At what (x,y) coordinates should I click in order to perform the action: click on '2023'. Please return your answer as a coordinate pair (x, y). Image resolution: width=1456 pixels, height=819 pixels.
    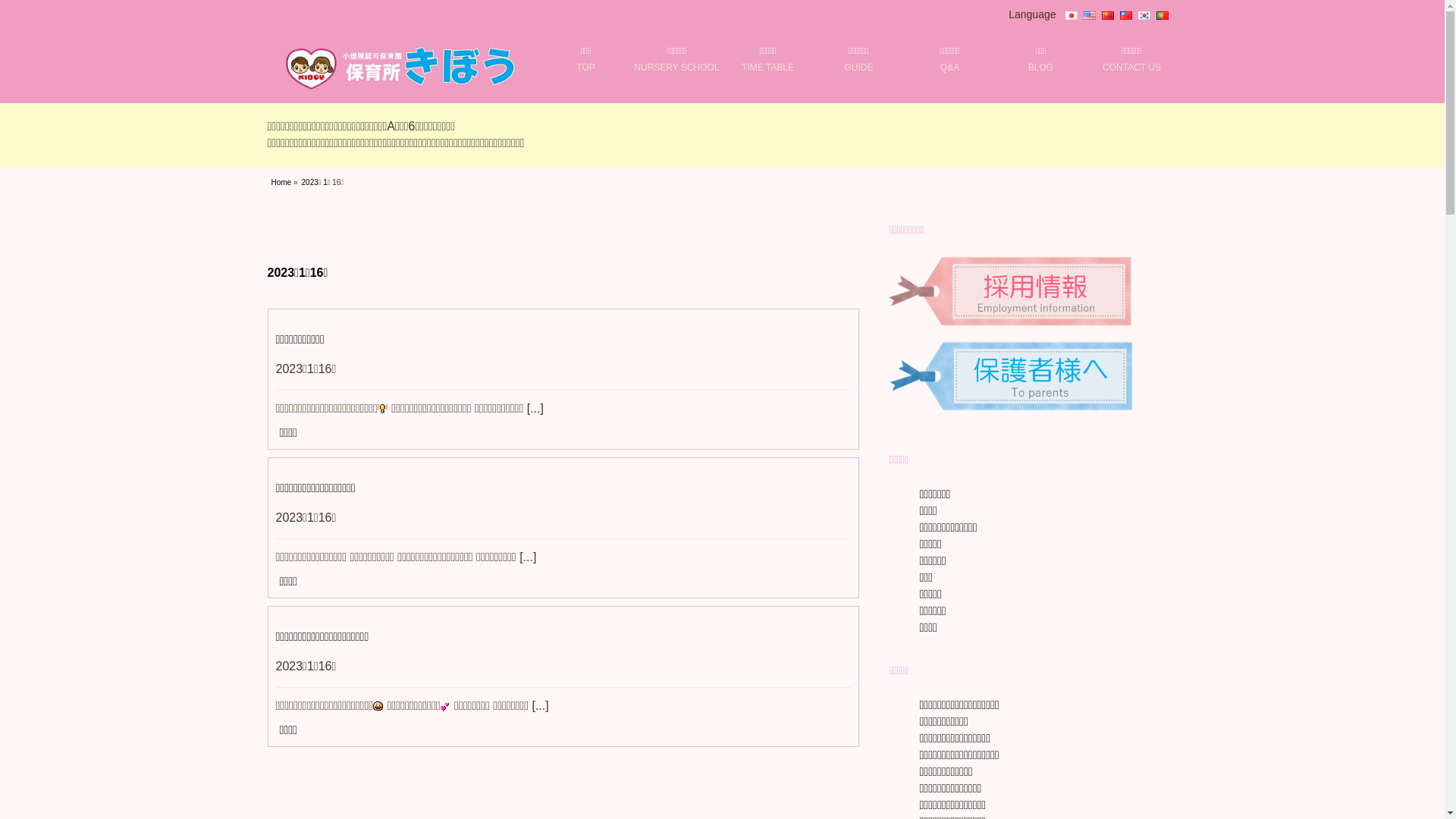
    Looking at the image, I should click on (309, 181).